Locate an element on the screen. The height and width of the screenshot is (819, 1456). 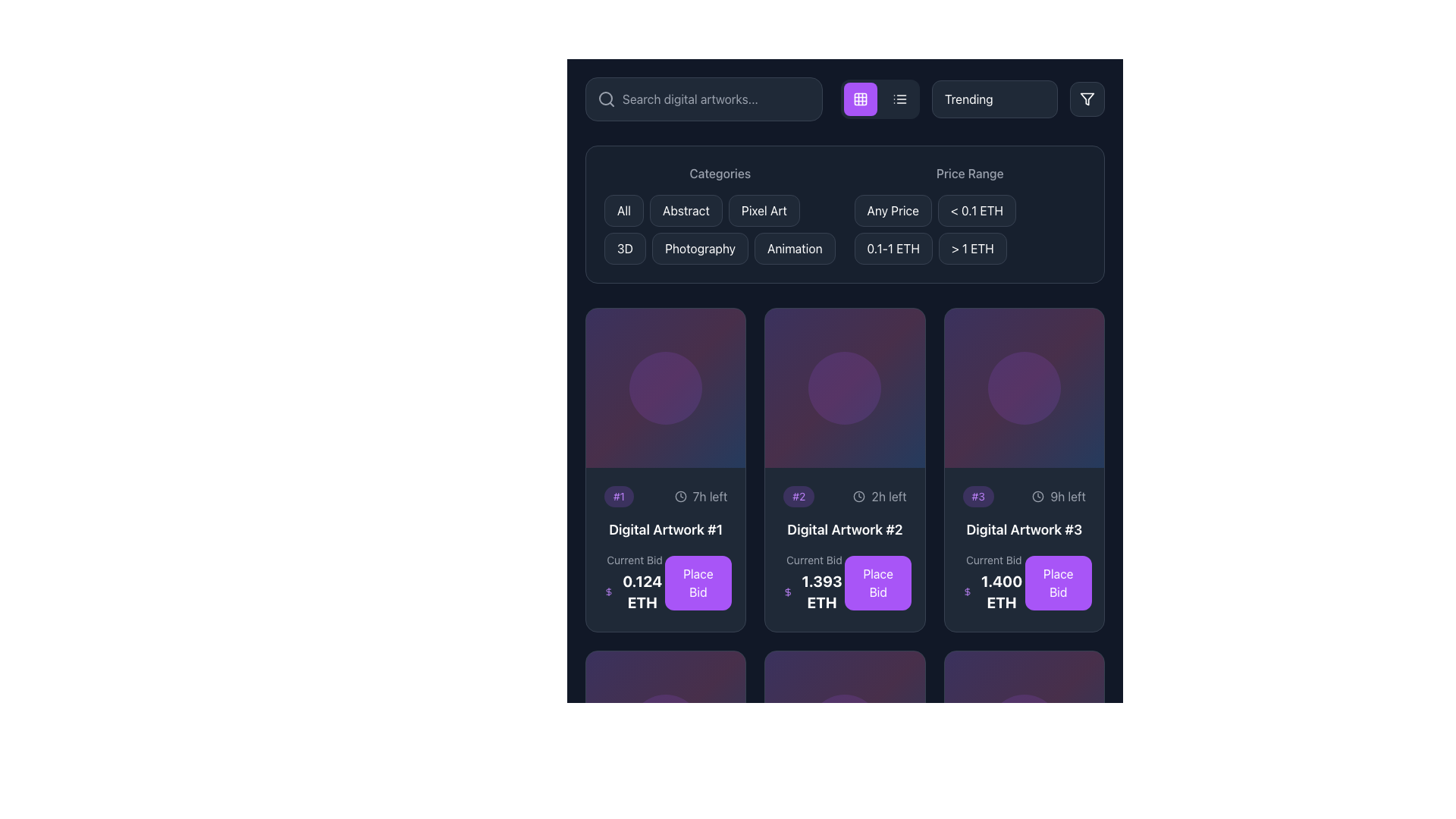
the square-shaped button with rounded corners and a purple background that features a grid icon is located at coordinates (860, 99).